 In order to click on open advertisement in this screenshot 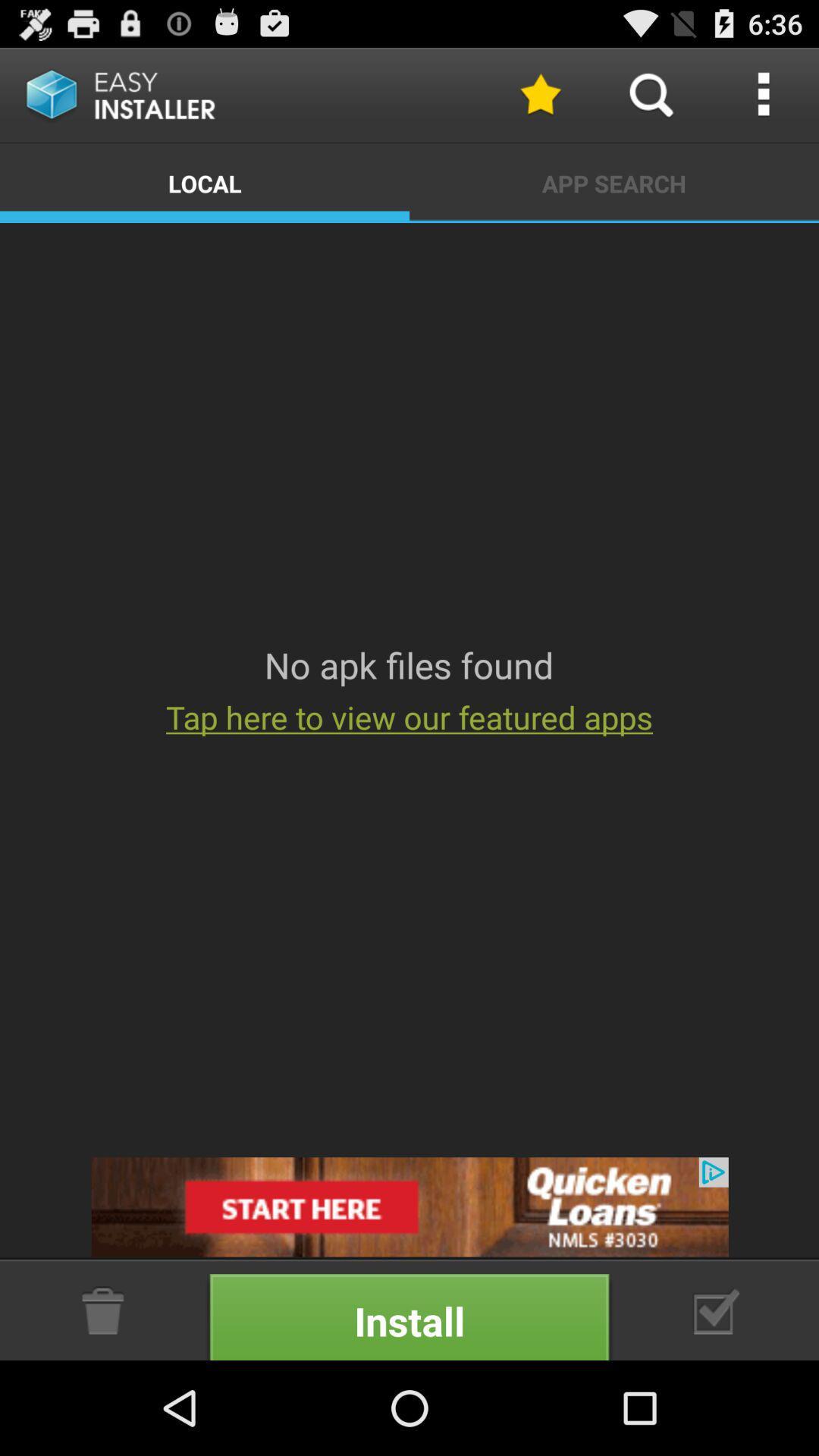, I will do `click(409, 1206)`.